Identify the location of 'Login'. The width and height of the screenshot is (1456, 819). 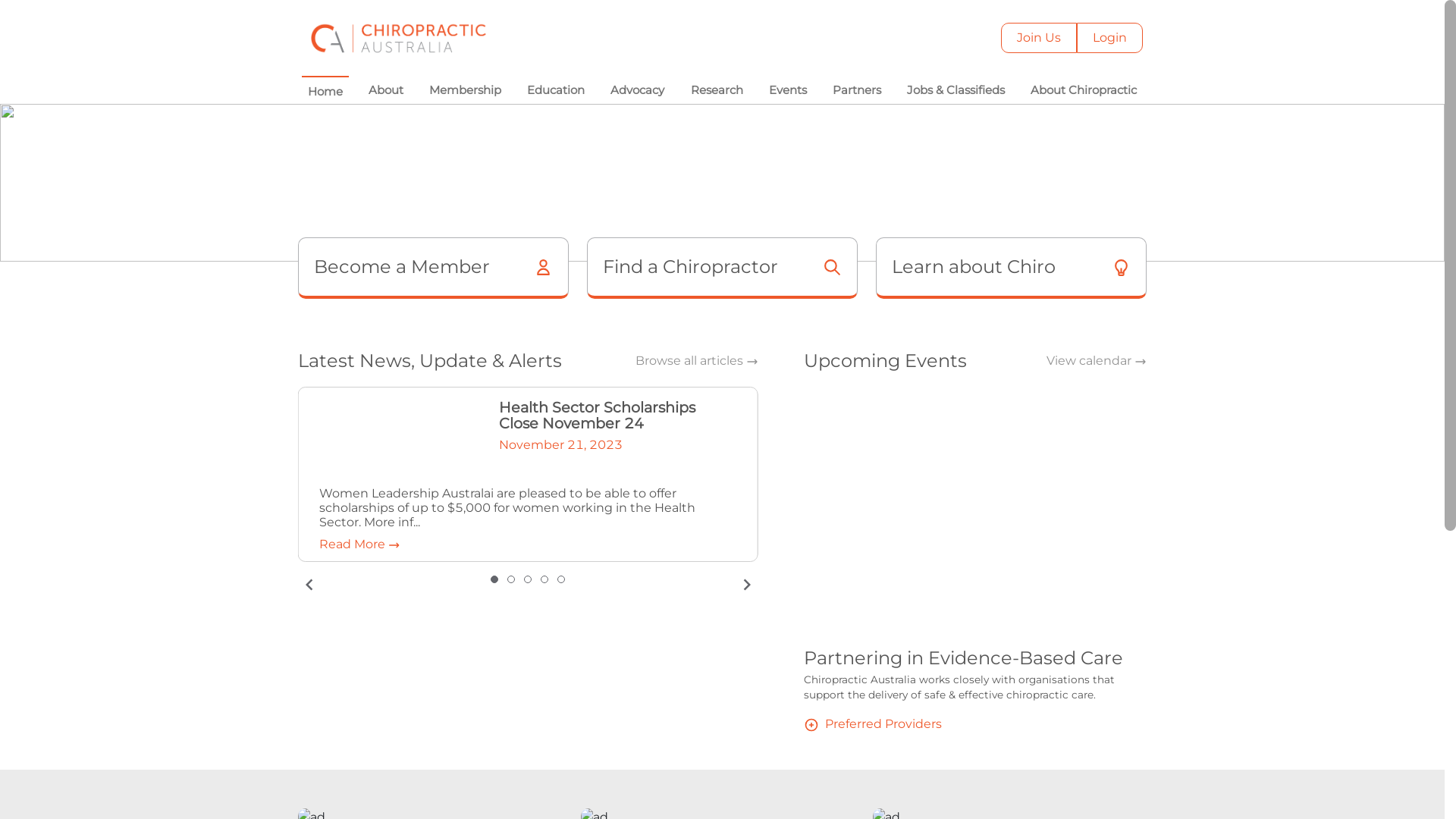
(1109, 37).